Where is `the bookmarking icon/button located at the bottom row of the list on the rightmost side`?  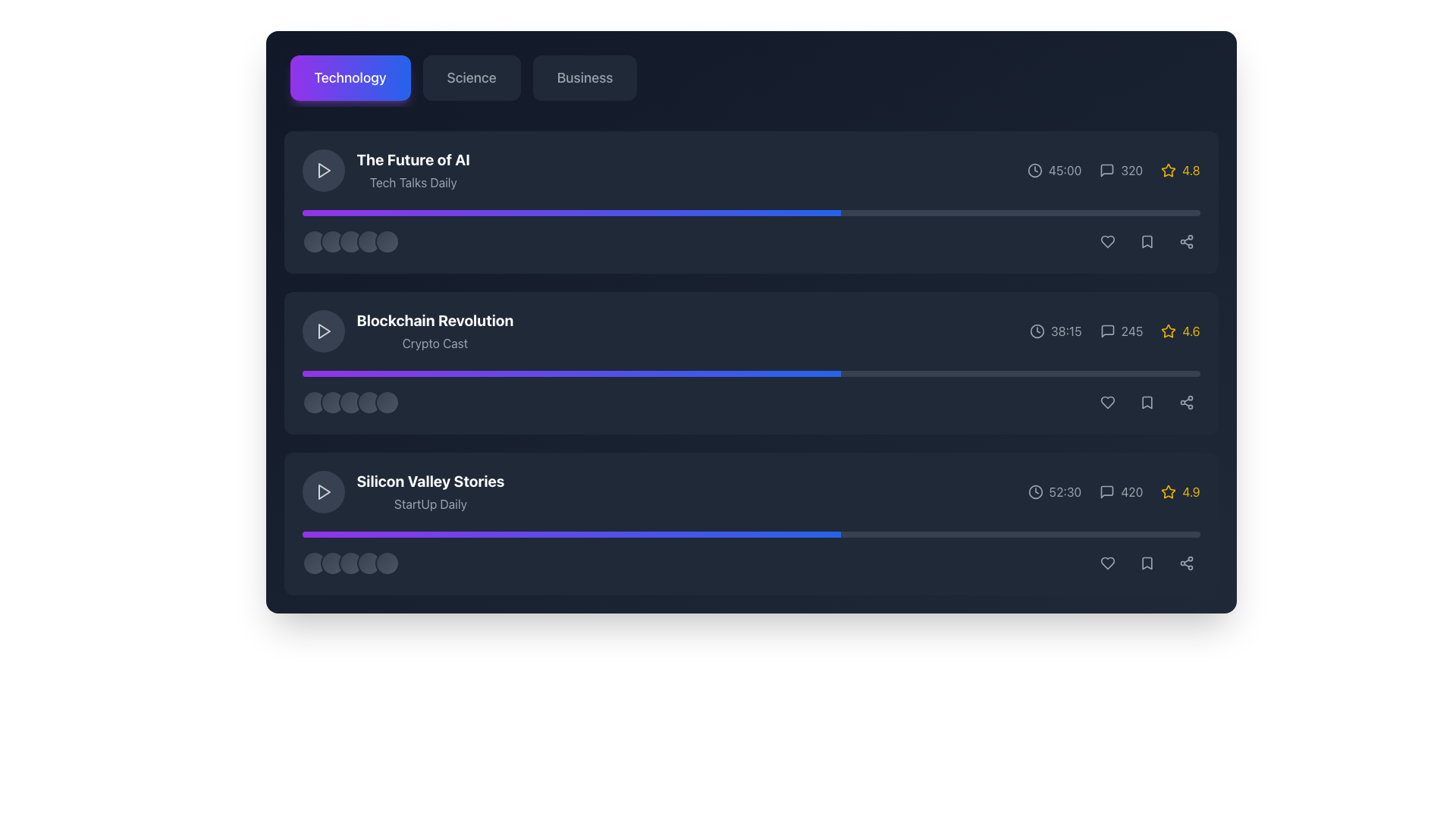 the bookmarking icon/button located at the bottom row of the list on the rightmost side is located at coordinates (1147, 563).